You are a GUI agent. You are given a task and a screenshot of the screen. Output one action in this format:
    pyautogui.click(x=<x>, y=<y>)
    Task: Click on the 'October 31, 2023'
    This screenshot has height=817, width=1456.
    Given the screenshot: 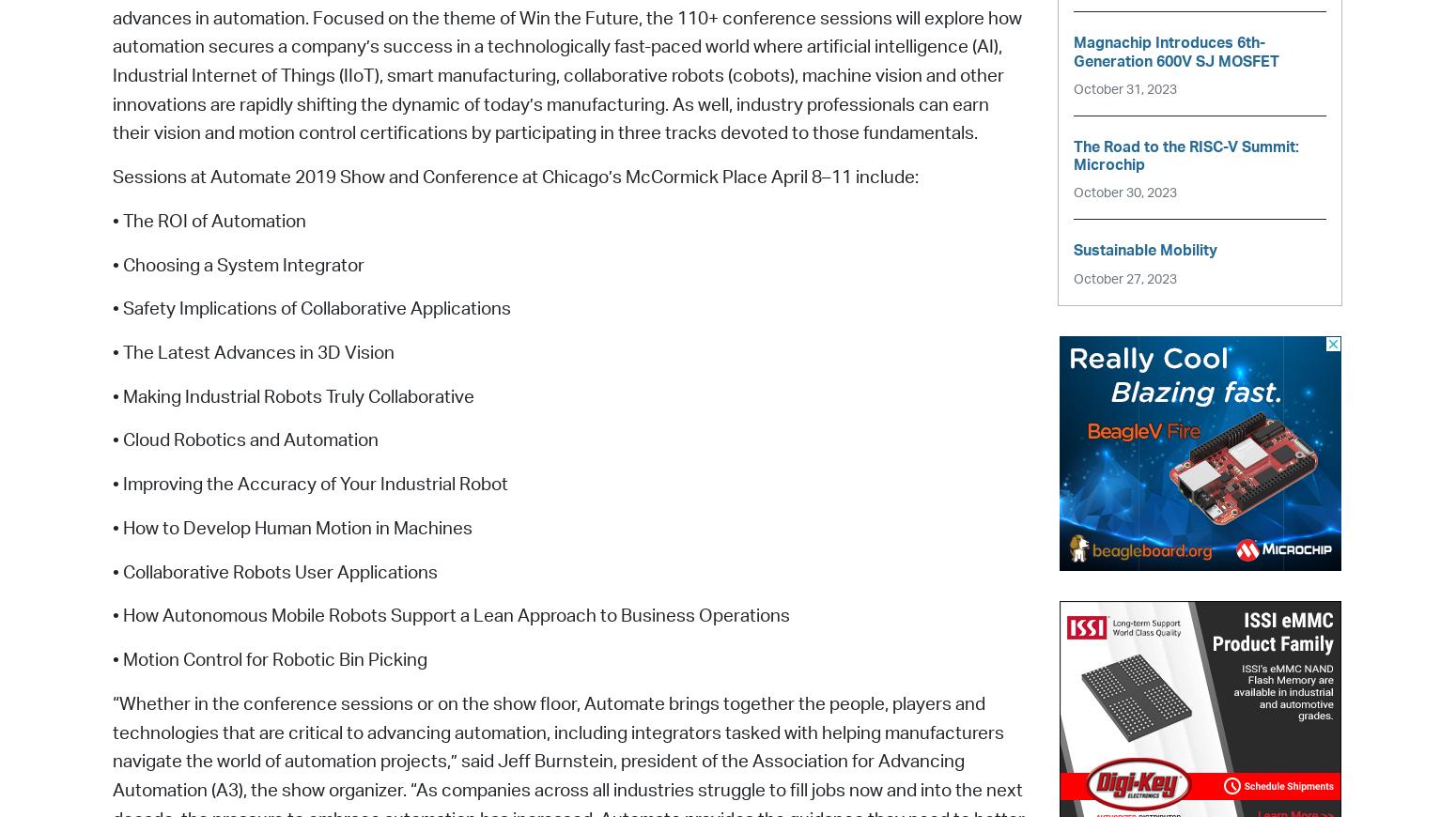 What is the action you would take?
    pyautogui.click(x=1124, y=87)
    